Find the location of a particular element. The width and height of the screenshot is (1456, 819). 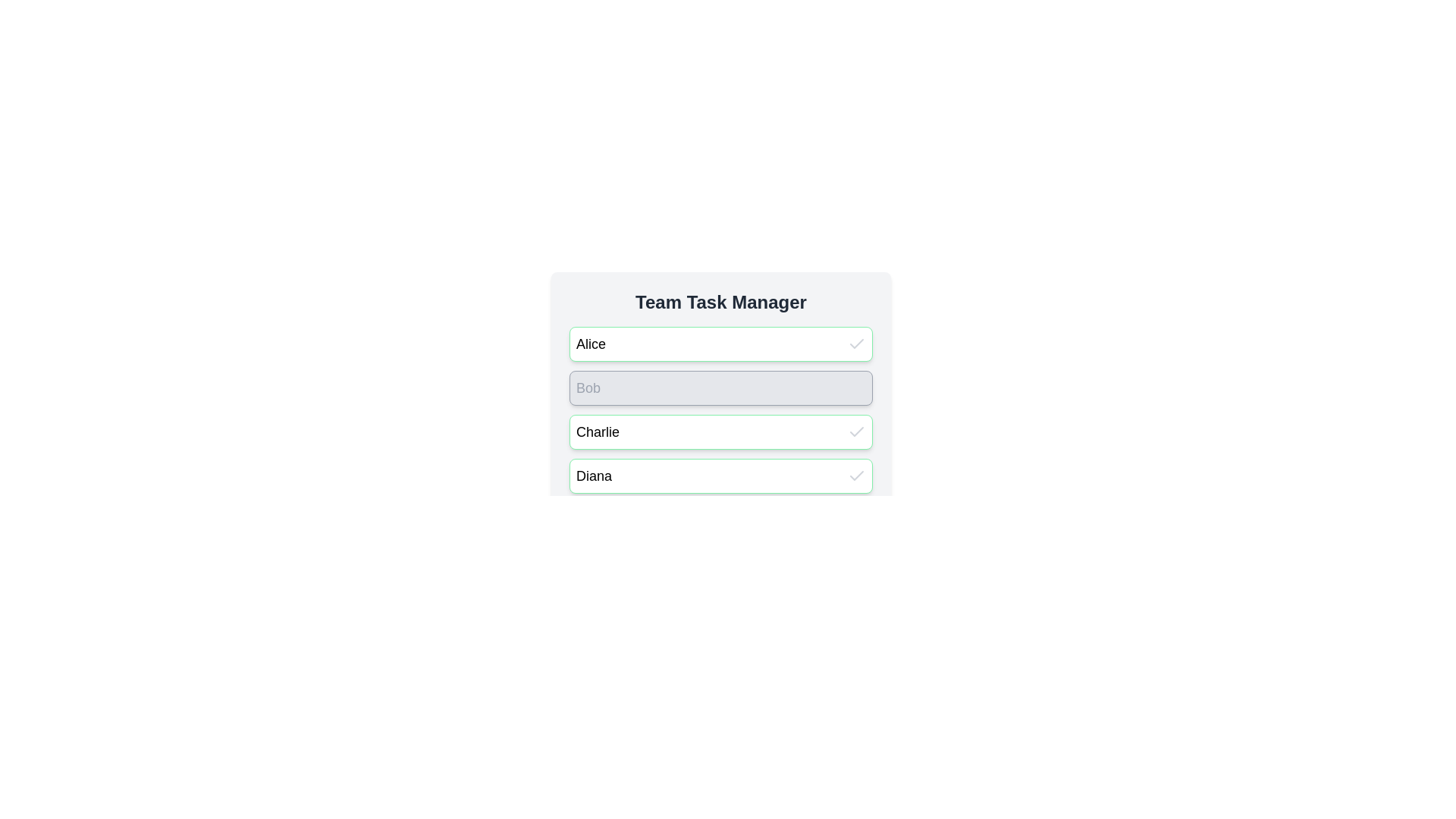

the static text label displaying 'Alice', which is styled with a larger bold font inside a rounded rectangle with a white background and green border is located at coordinates (590, 344).